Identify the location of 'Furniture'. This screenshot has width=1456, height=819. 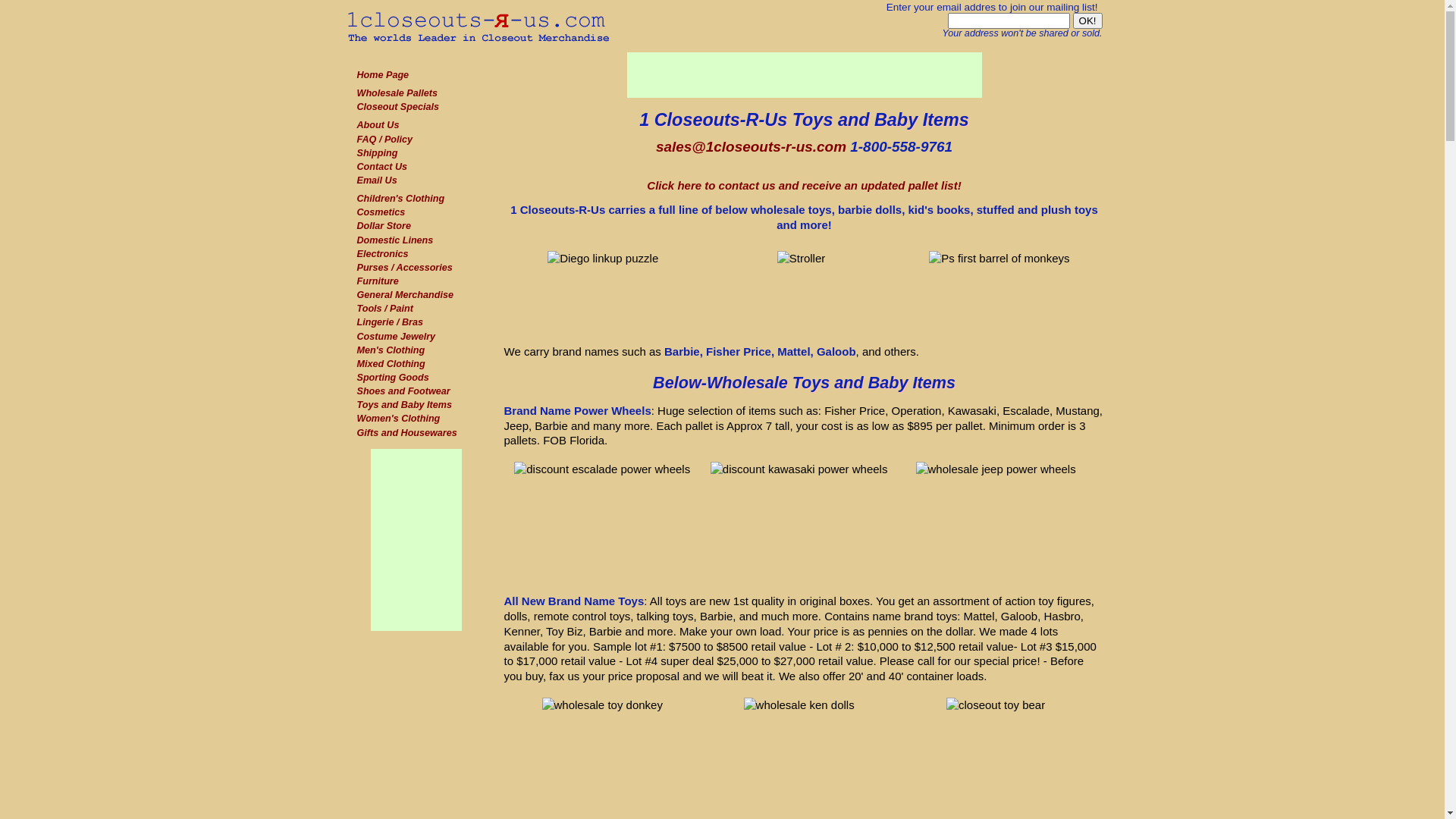
(377, 281).